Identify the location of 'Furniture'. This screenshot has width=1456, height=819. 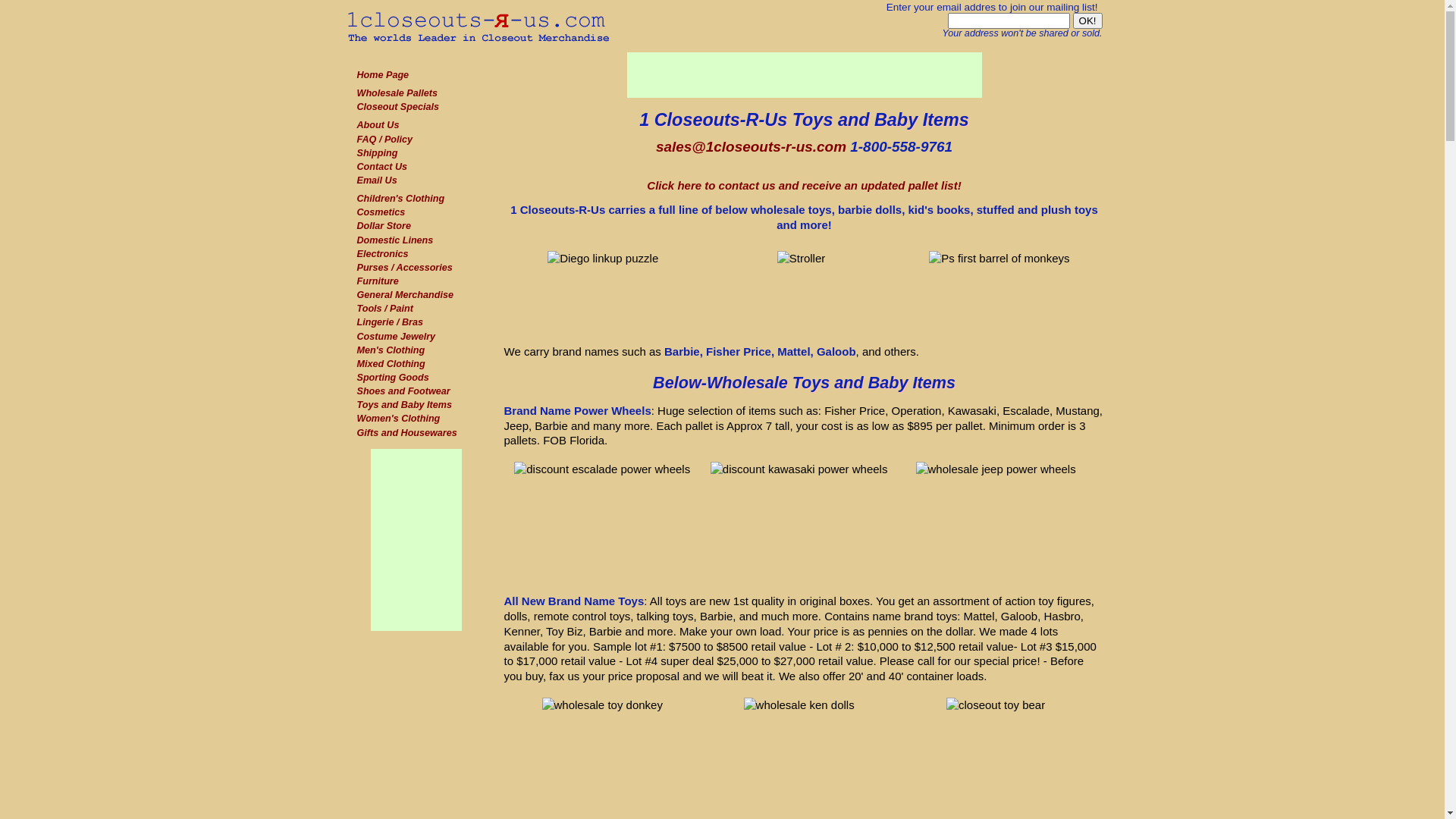
(377, 281).